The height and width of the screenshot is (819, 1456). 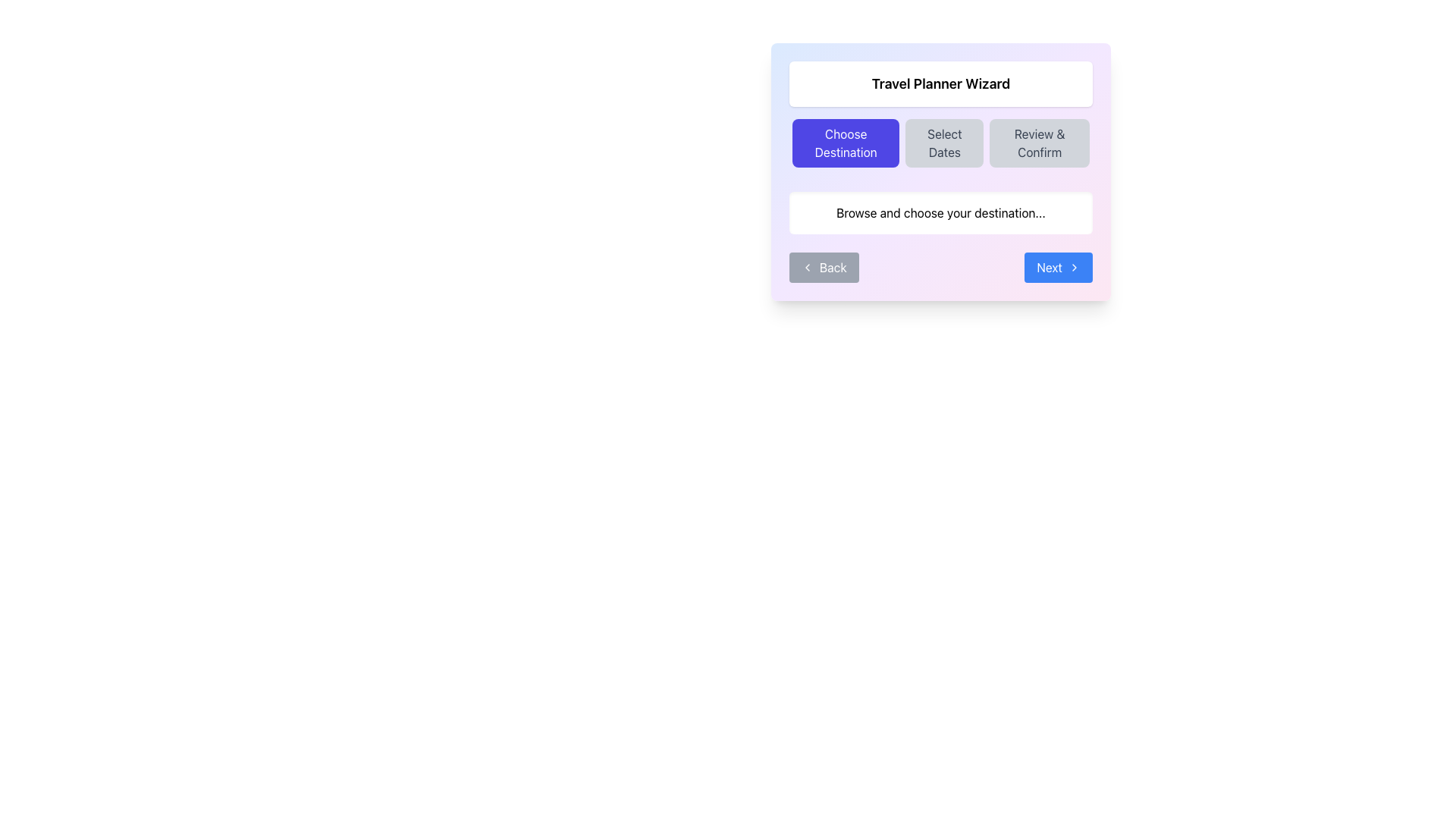 What do you see at coordinates (1058, 267) in the screenshot?
I see `the 'Next' button with a blue background and white text` at bounding box center [1058, 267].